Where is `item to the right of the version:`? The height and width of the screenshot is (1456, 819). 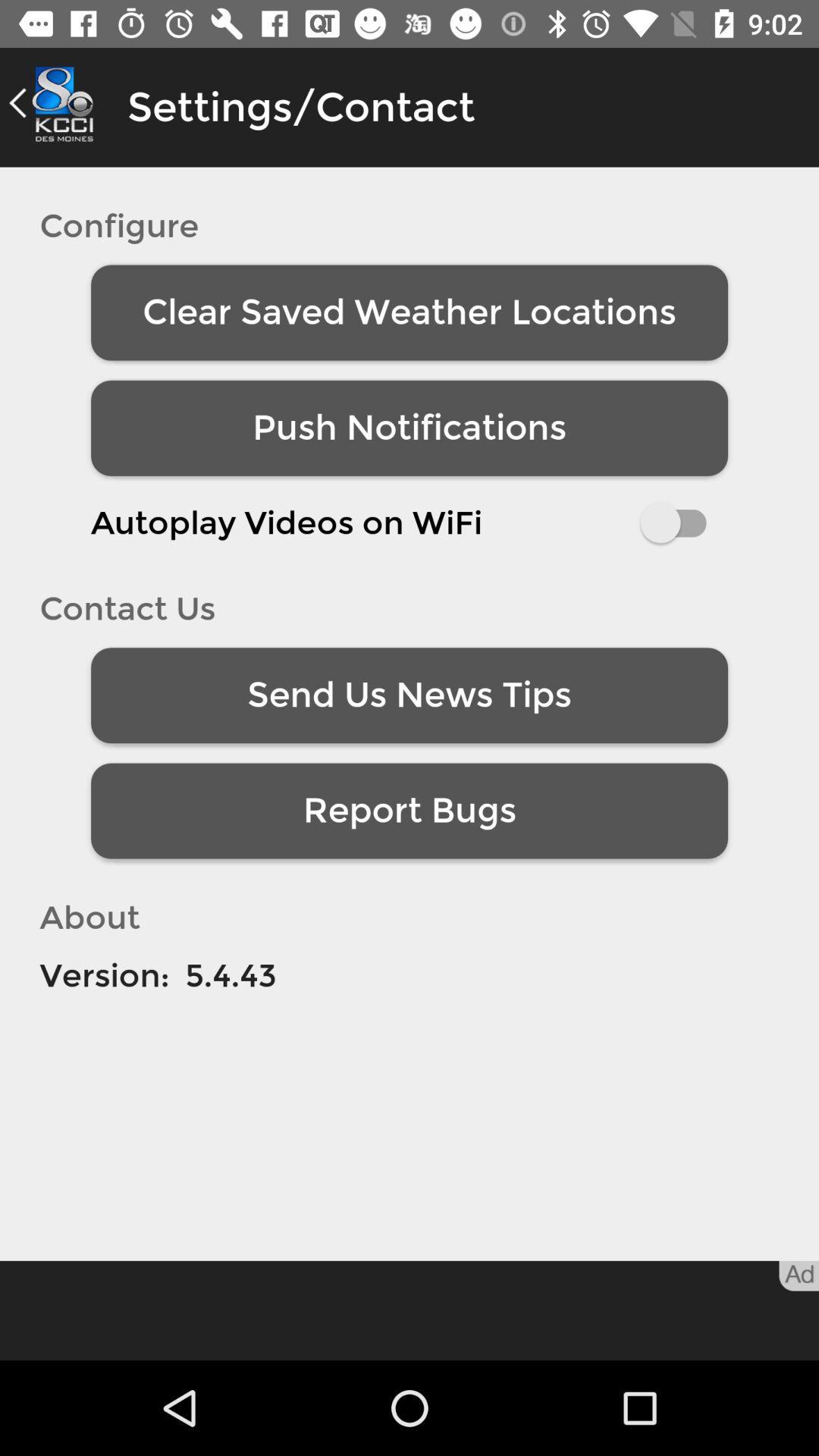
item to the right of the version: is located at coordinates (231, 975).